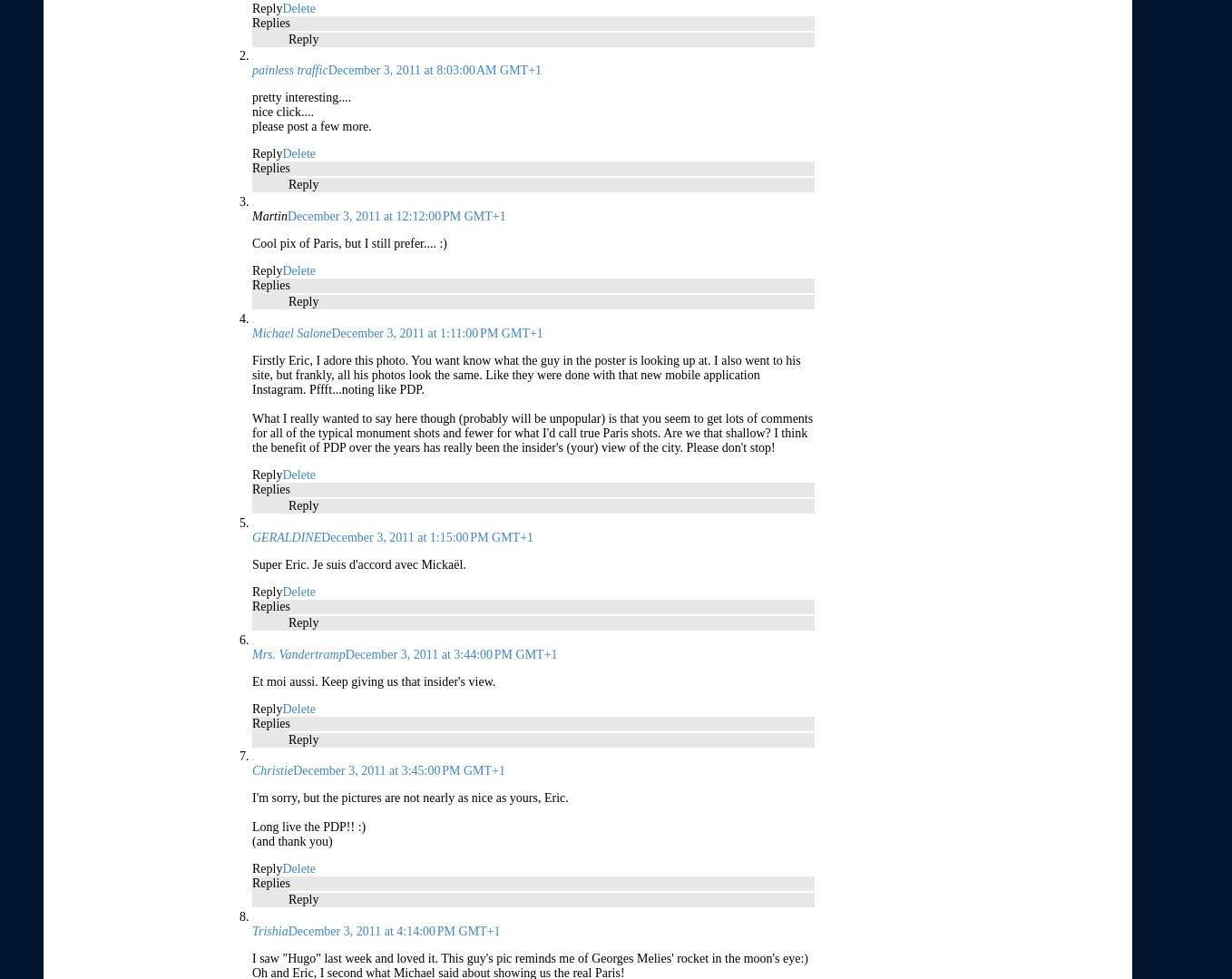 This screenshot has width=1232, height=979. Describe the element at coordinates (308, 826) in the screenshot. I see `'Long live the PDP!!  :)'` at that location.